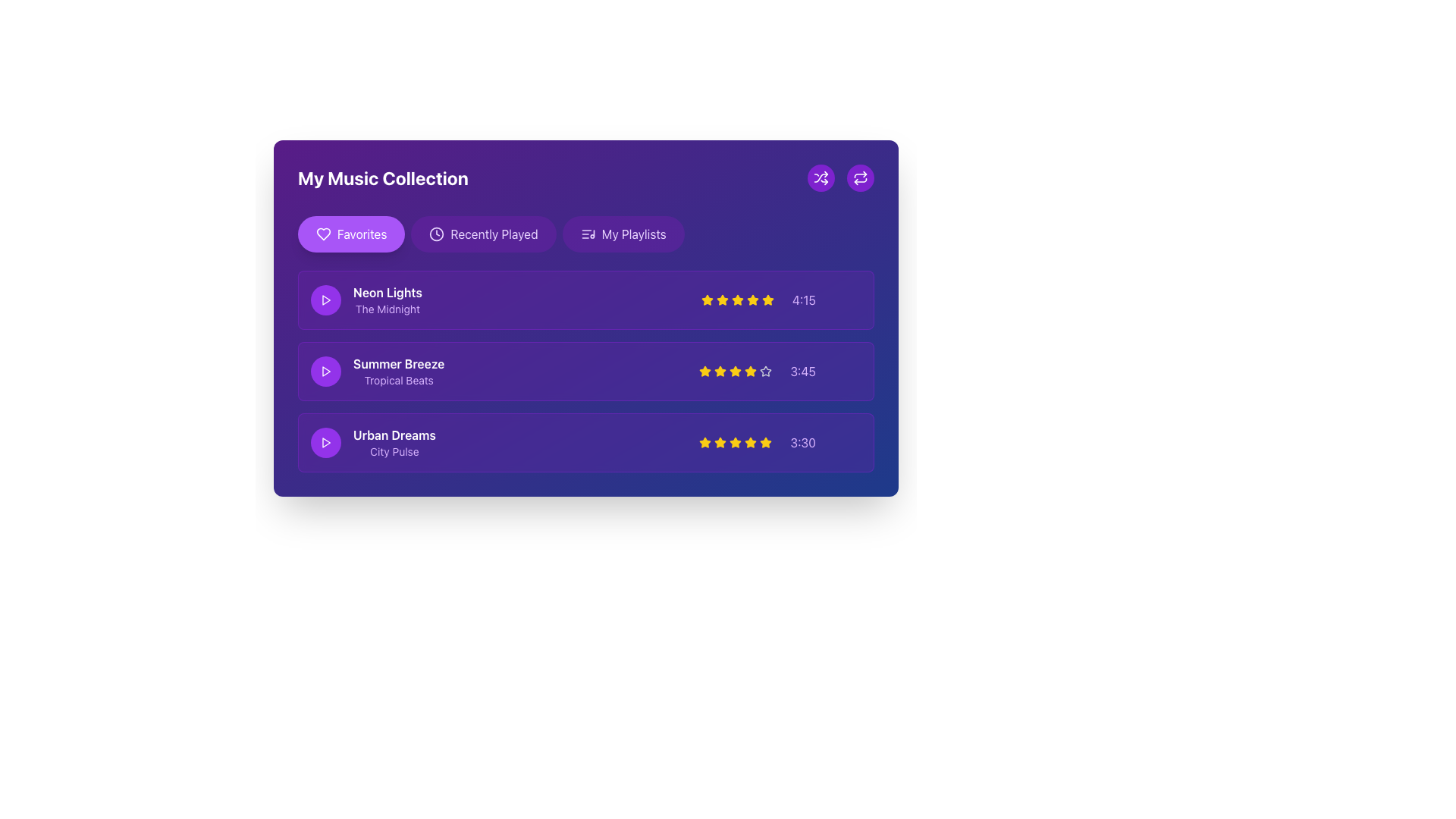 Image resolution: width=1456 pixels, height=819 pixels. What do you see at coordinates (860, 177) in the screenshot?
I see `the circular button with a vibrant purple background and a white refresh icon located in the top-right corner of the panel` at bounding box center [860, 177].